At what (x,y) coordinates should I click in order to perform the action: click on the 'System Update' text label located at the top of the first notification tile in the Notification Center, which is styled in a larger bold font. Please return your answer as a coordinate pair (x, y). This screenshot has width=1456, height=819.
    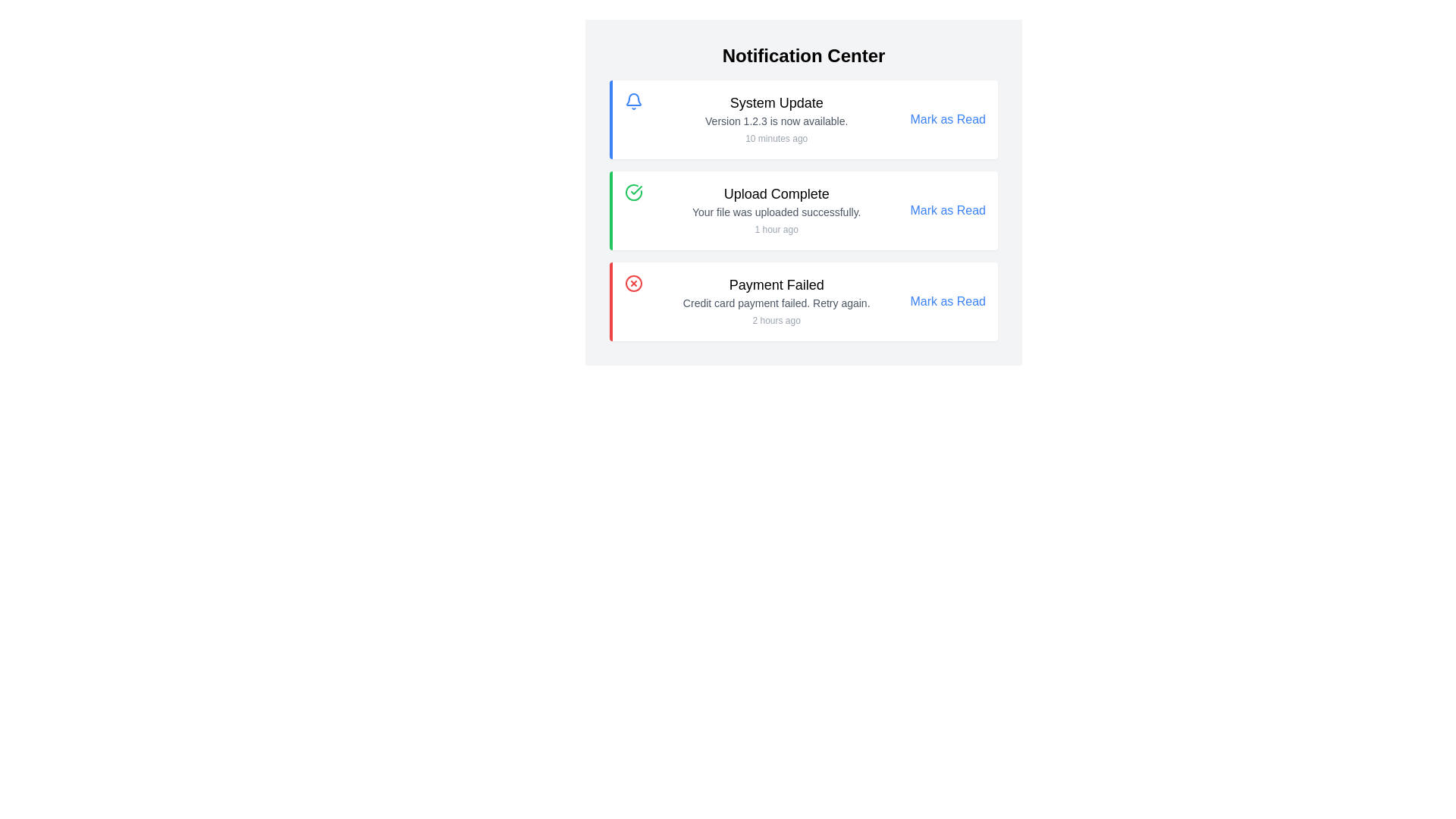
    Looking at the image, I should click on (777, 102).